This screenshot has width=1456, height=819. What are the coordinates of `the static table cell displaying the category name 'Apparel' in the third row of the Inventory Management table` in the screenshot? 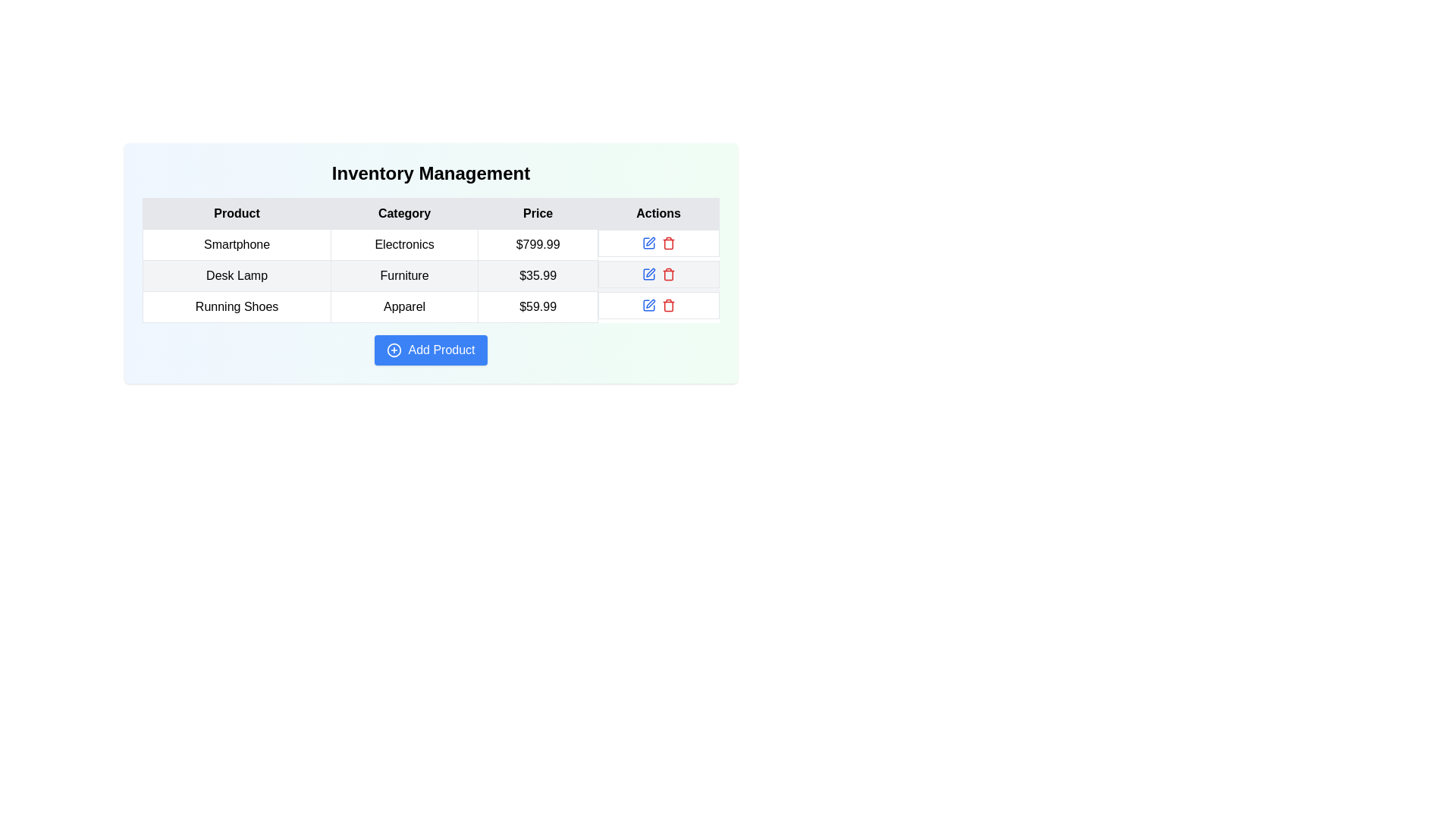 It's located at (404, 307).